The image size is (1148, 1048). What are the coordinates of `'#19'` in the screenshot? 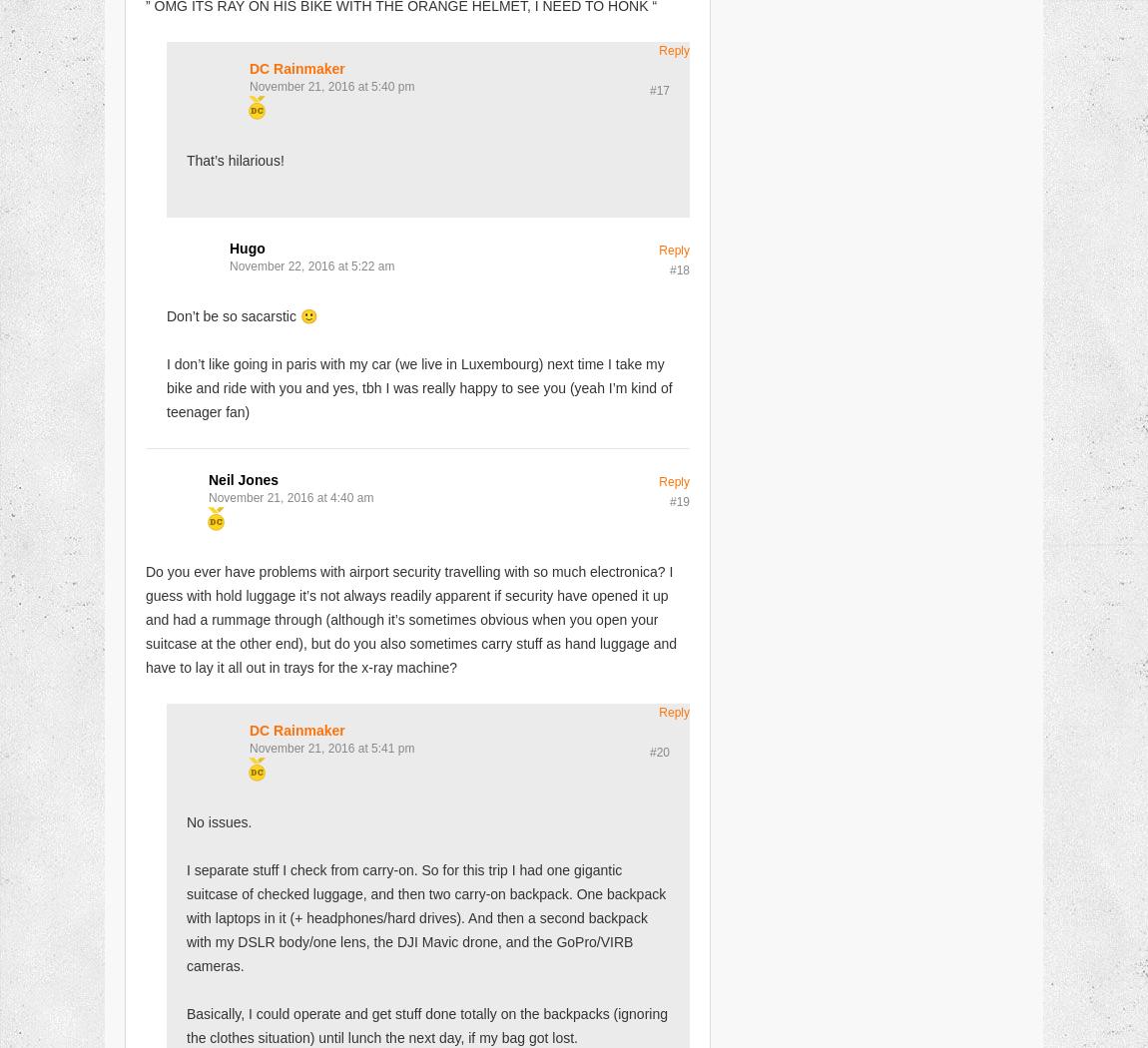 It's located at (678, 500).